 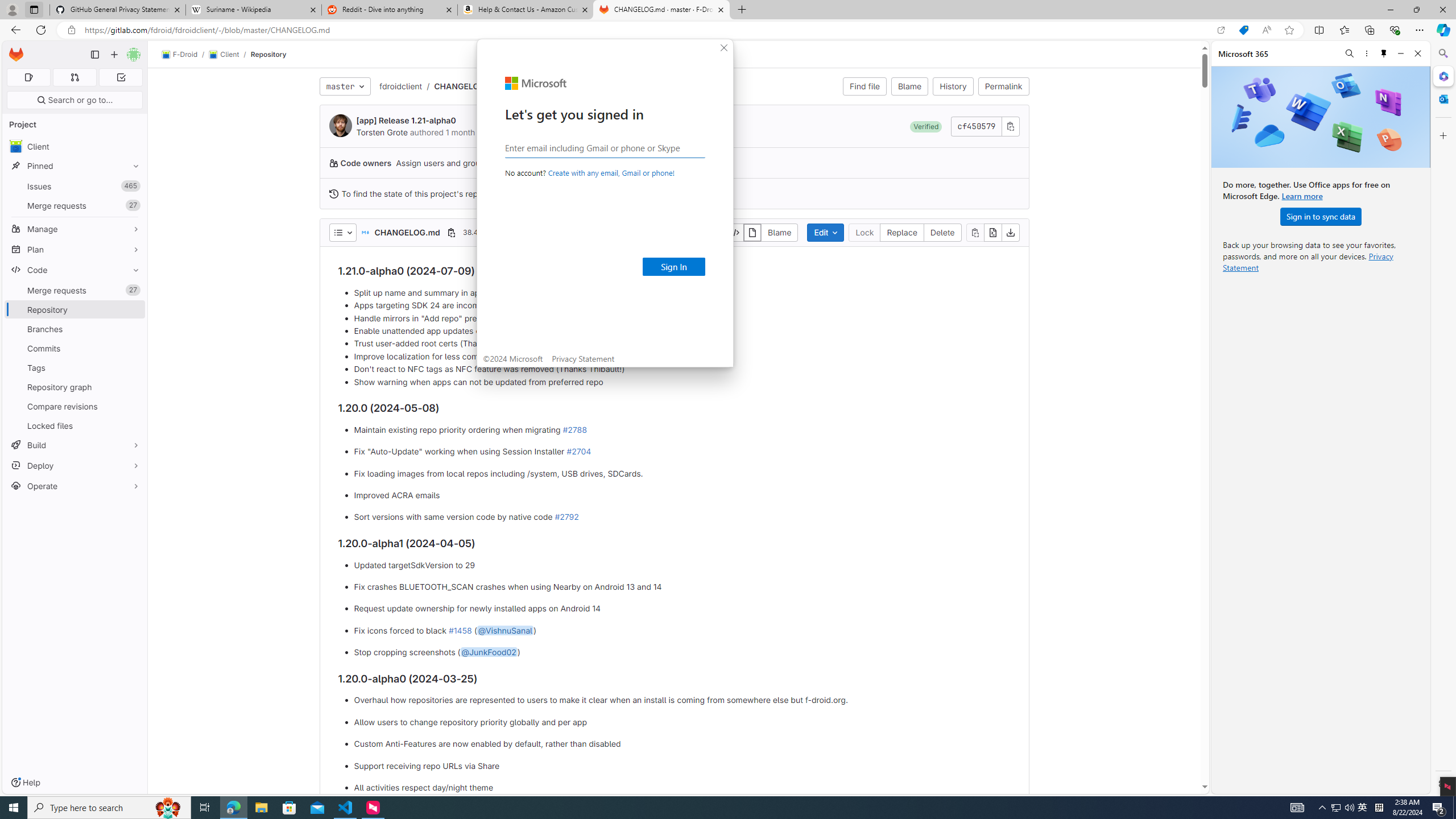 What do you see at coordinates (118, 9) in the screenshot?
I see `'GitHub General Privacy Statement - GitHub Docs'` at bounding box center [118, 9].